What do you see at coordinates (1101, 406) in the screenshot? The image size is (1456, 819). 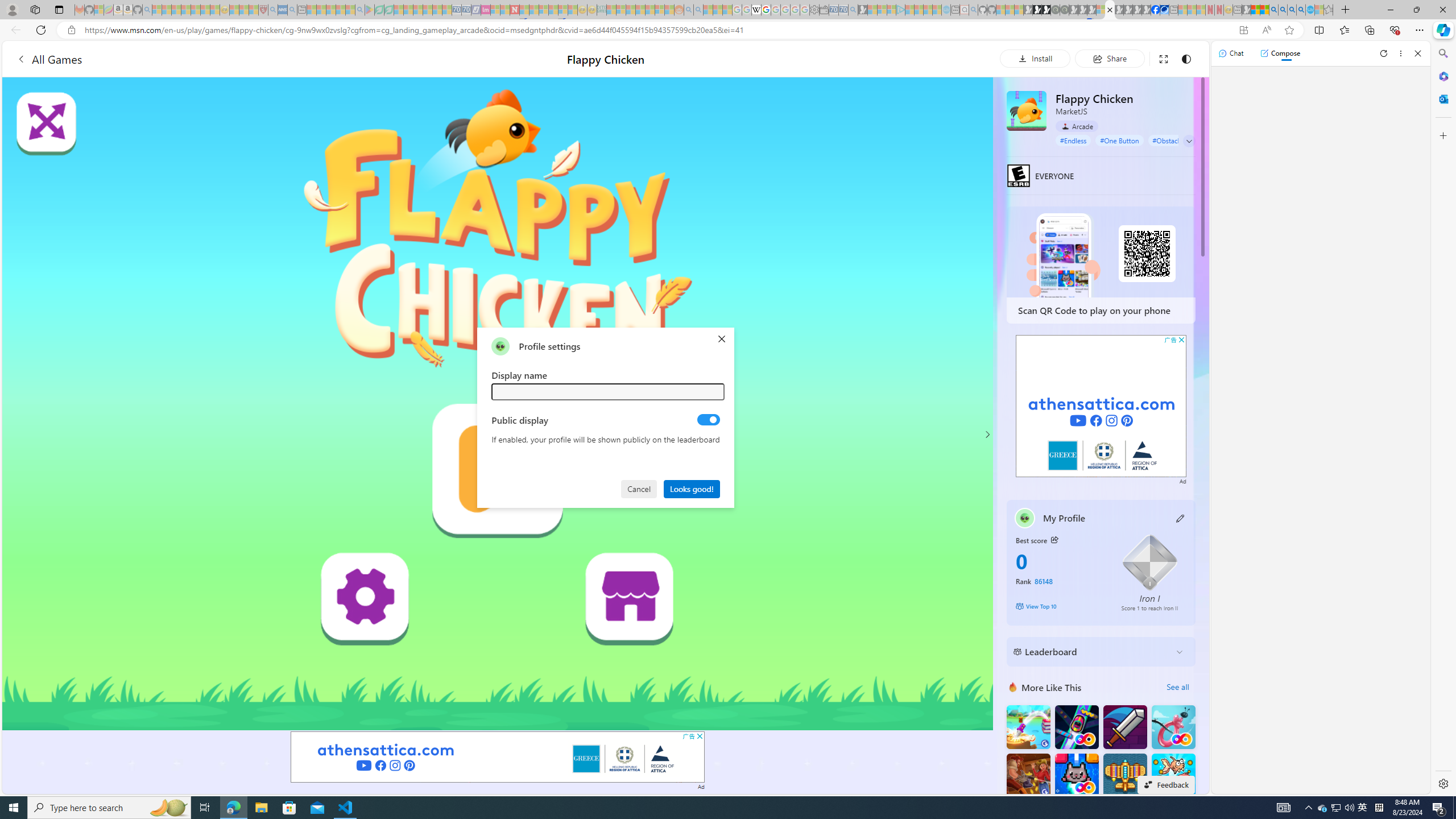 I see `'Advertisement'` at bounding box center [1101, 406].